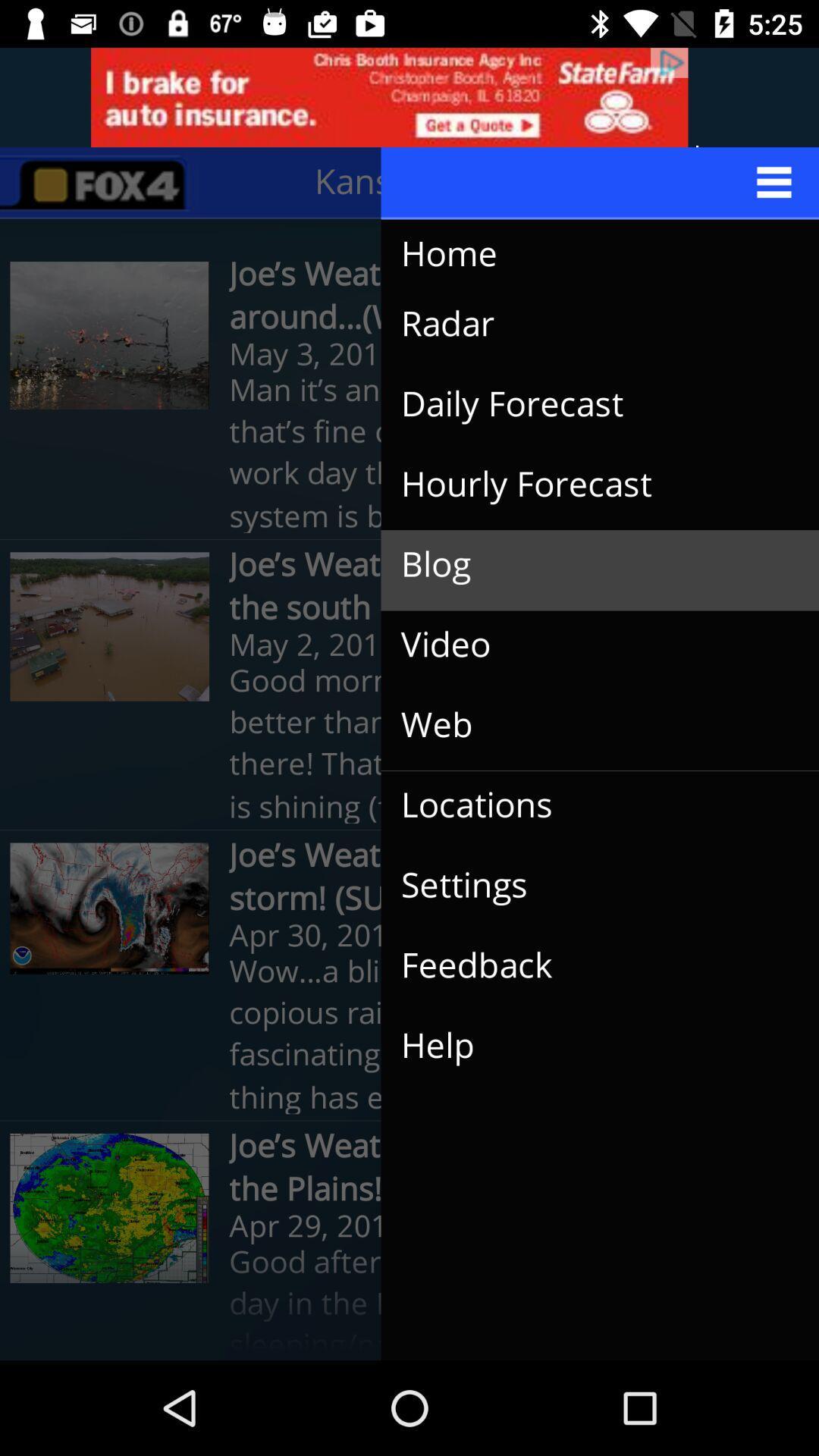 The image size is (819, 1456). Describe the element at coordinates (409, 96) in the screenshot. I see `open advertisement` at that location.